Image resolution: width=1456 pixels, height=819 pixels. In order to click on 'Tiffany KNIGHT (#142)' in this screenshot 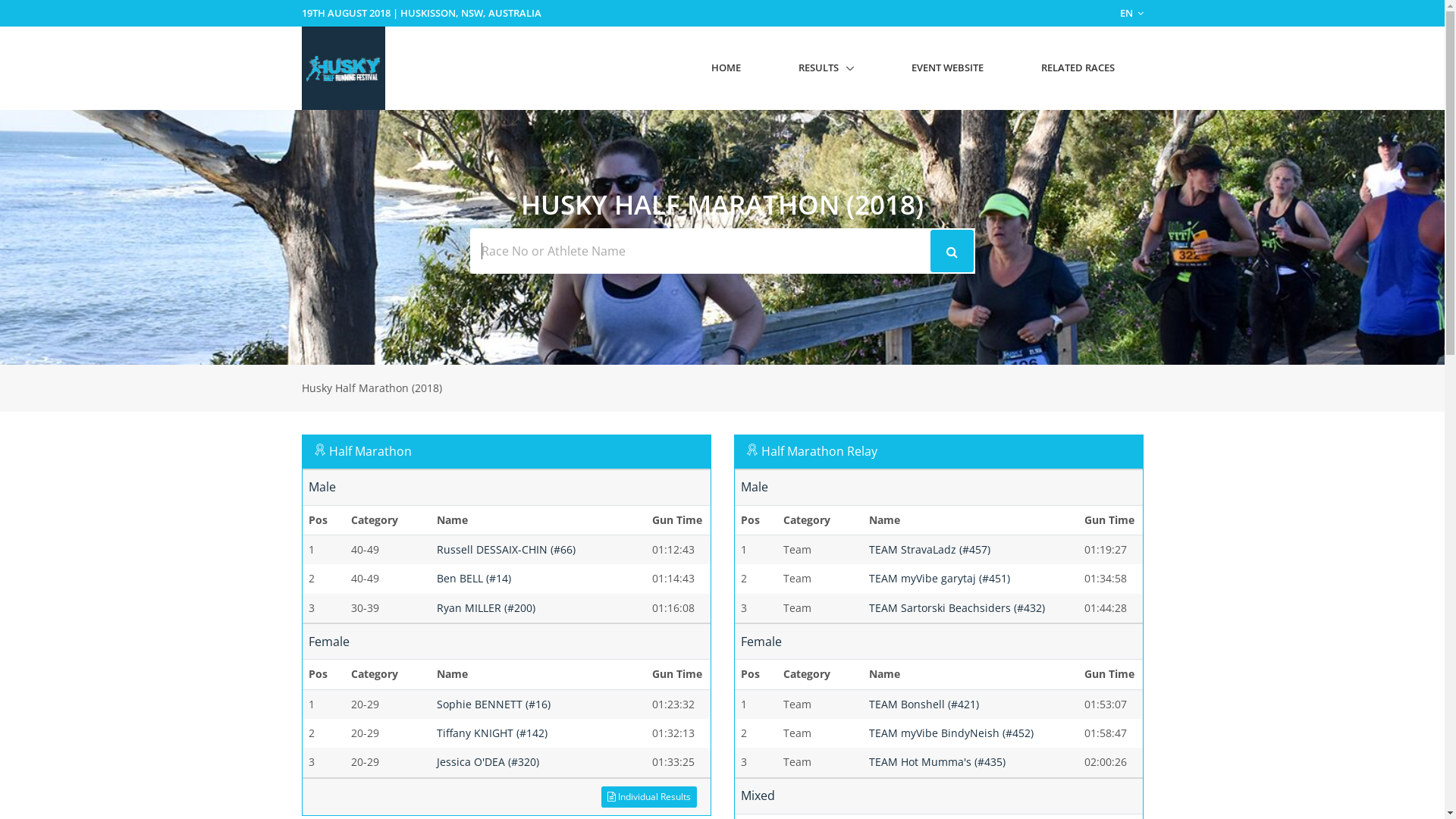, I will do `click(491, 732)`.